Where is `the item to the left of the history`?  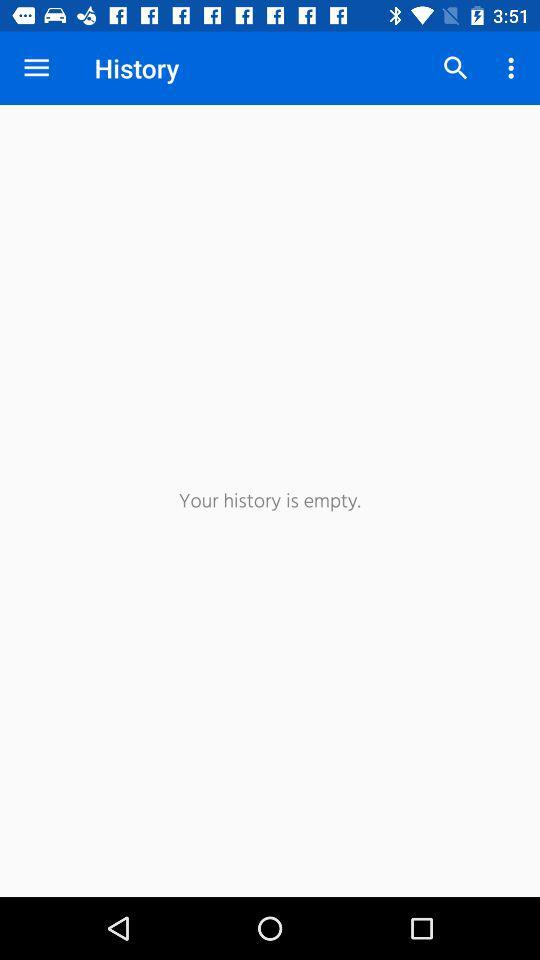
the item to the left of the history is located at coordinates (36, 68).